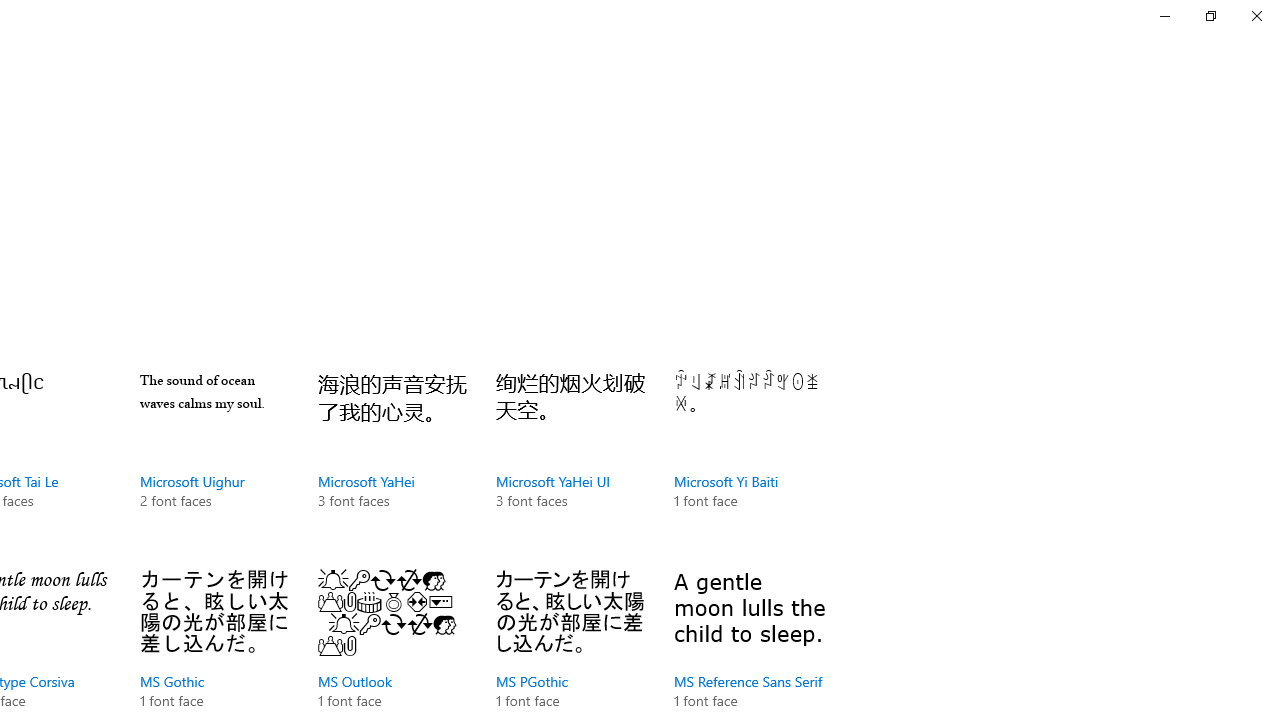 The width and height of the screenshot is (1280, 720). Describe the element at coordinates (1271, 104) in the screenshot. I see `'Vertical Small Decrease'` at that location.